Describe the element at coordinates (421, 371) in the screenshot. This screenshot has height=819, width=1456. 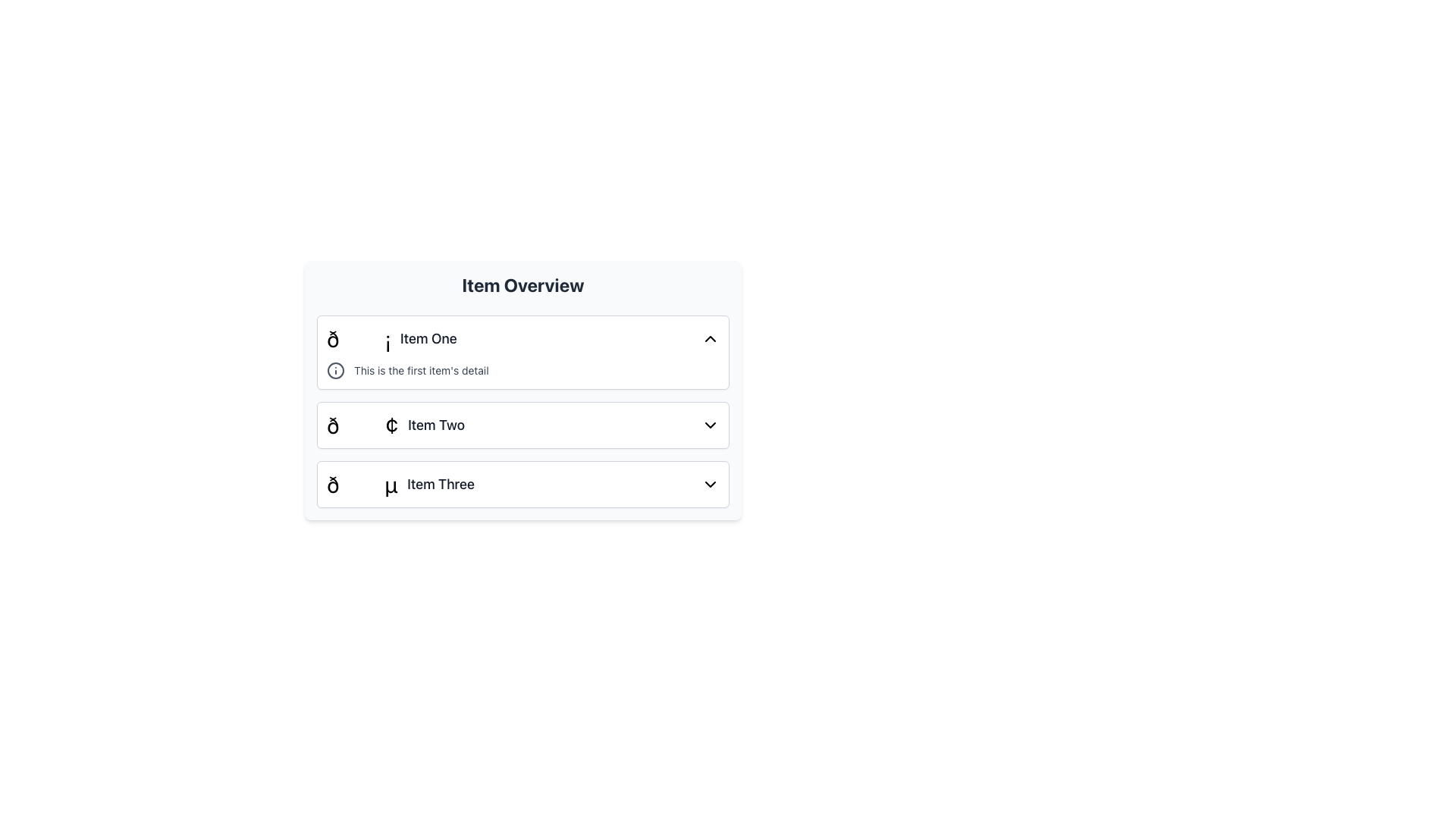
I see `the Text Label that provides descriptive information about the first item in the list, located under the 'Item One' heading and above the entries for Item Two and Item Three` at that location.